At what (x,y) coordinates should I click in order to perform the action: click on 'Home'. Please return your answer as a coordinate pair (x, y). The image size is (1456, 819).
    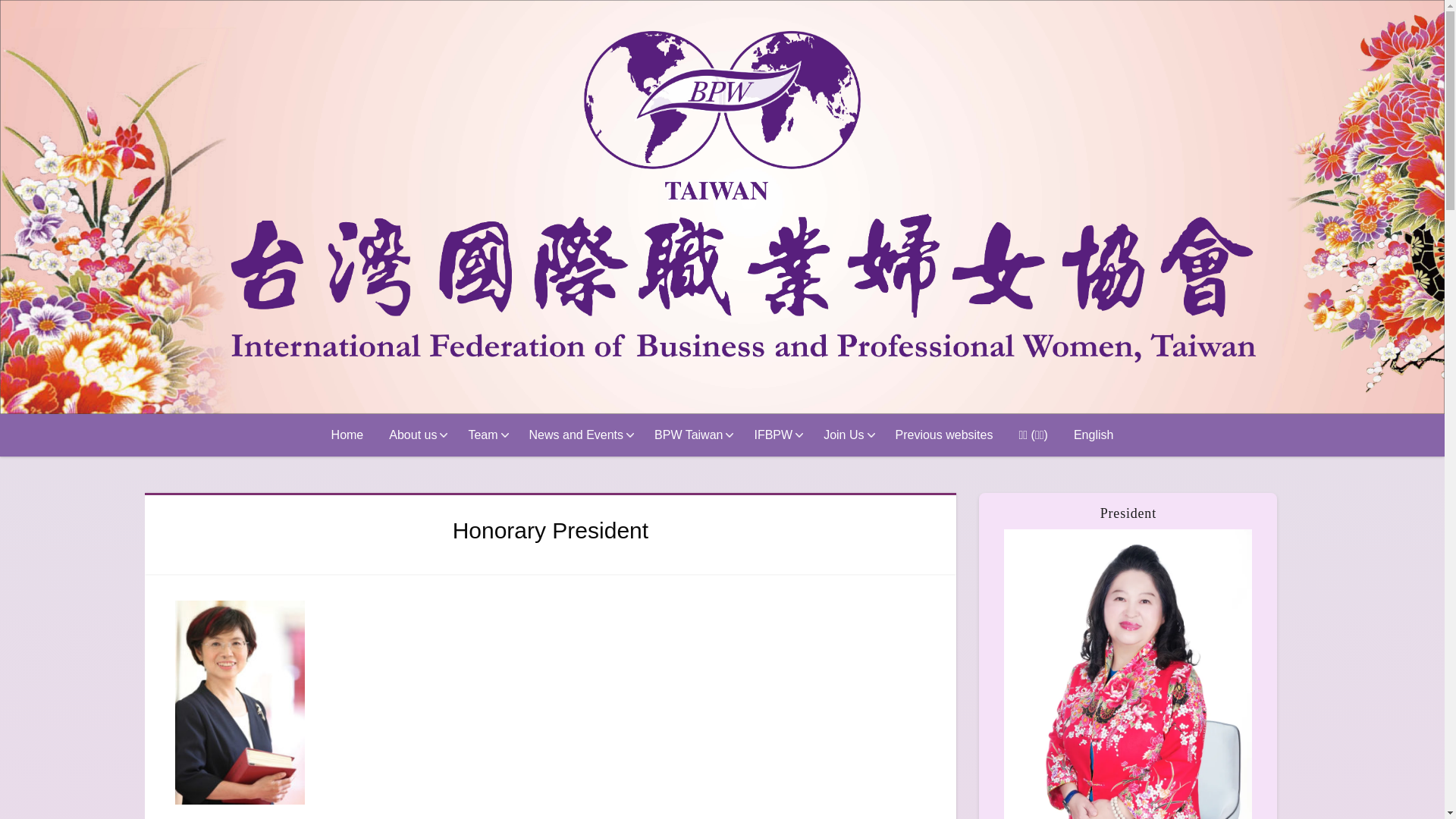
    Looking at the image, I should click on (347, 435).